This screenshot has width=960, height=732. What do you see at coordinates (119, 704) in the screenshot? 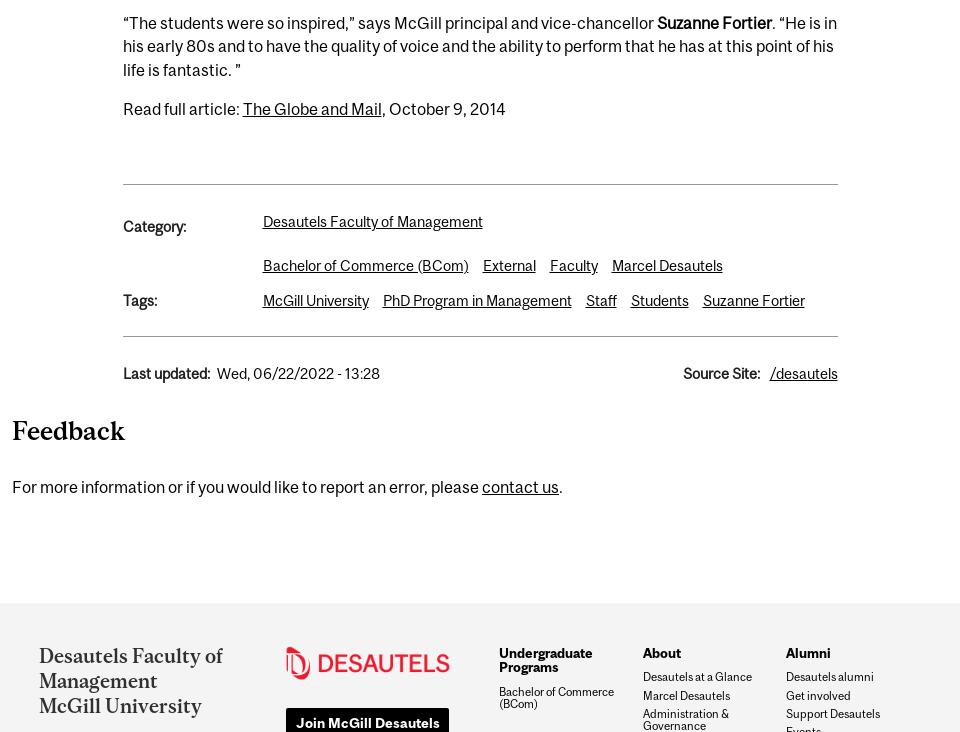
I see `'McGill University'` at bounding box center [119, 704].